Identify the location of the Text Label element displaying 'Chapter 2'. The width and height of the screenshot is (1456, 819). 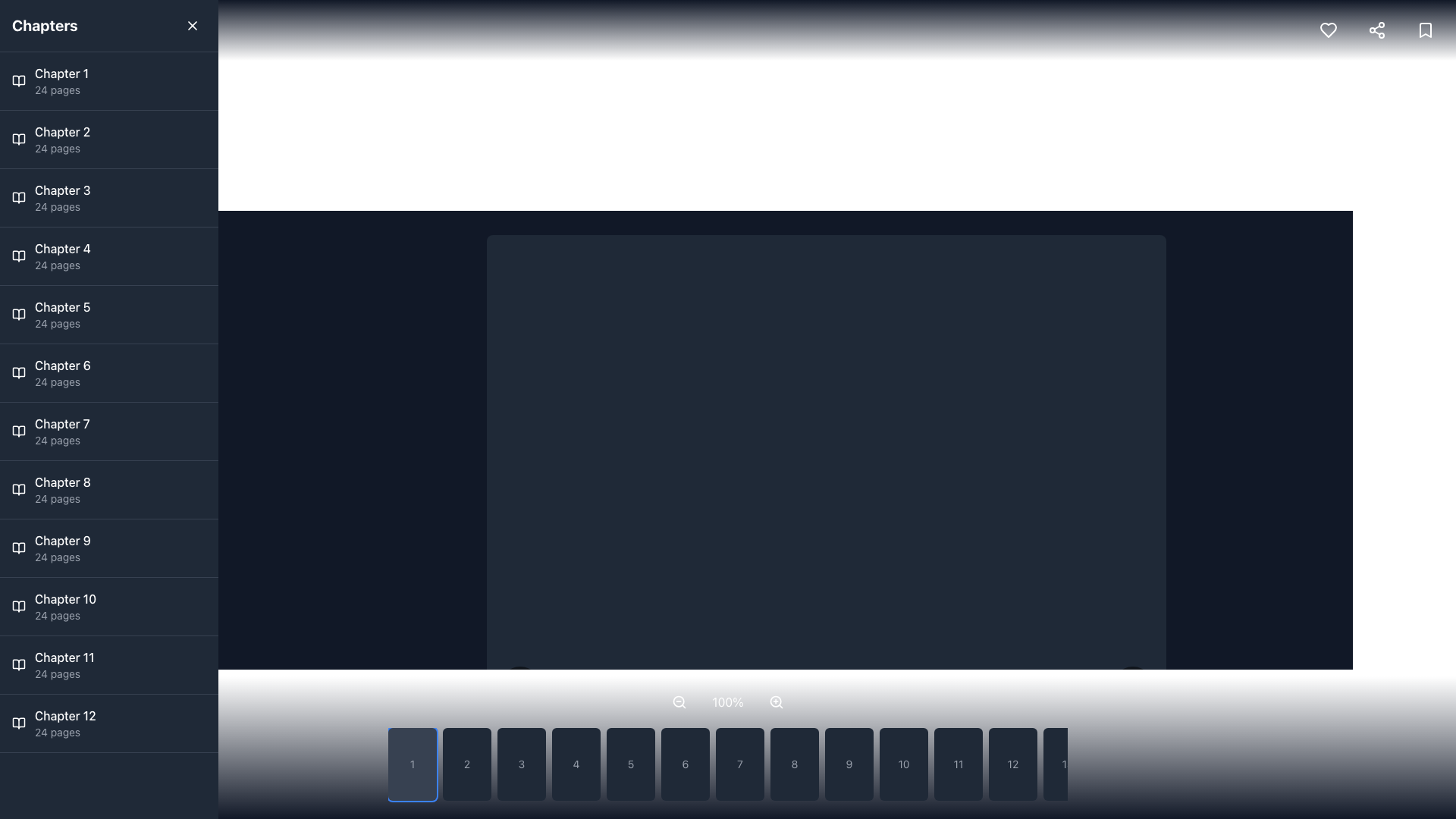
(61, 130).